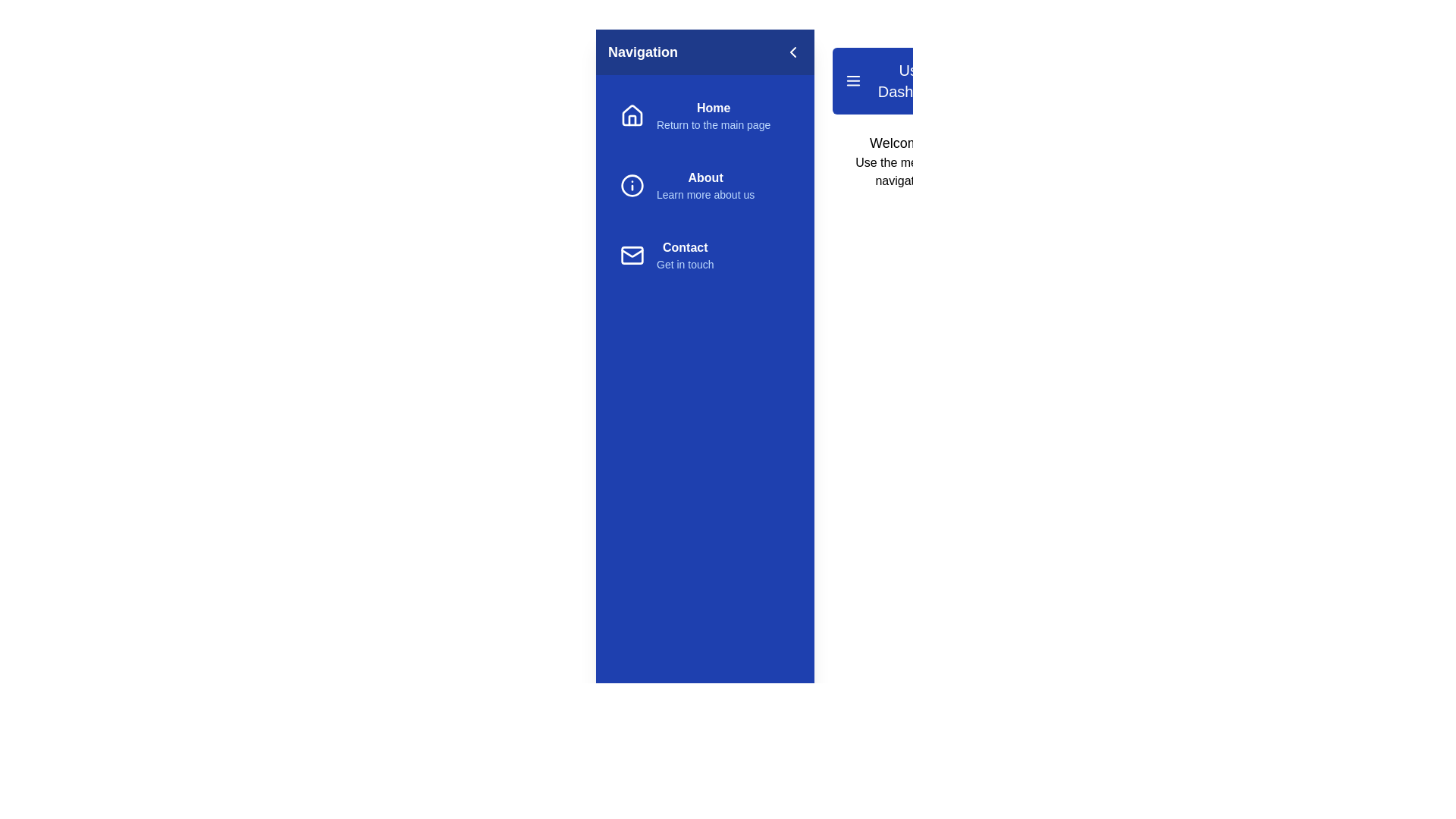 This screenshot has width=1456, height=819. I want to click on the navigation menu item Contact, so click(704, 254).